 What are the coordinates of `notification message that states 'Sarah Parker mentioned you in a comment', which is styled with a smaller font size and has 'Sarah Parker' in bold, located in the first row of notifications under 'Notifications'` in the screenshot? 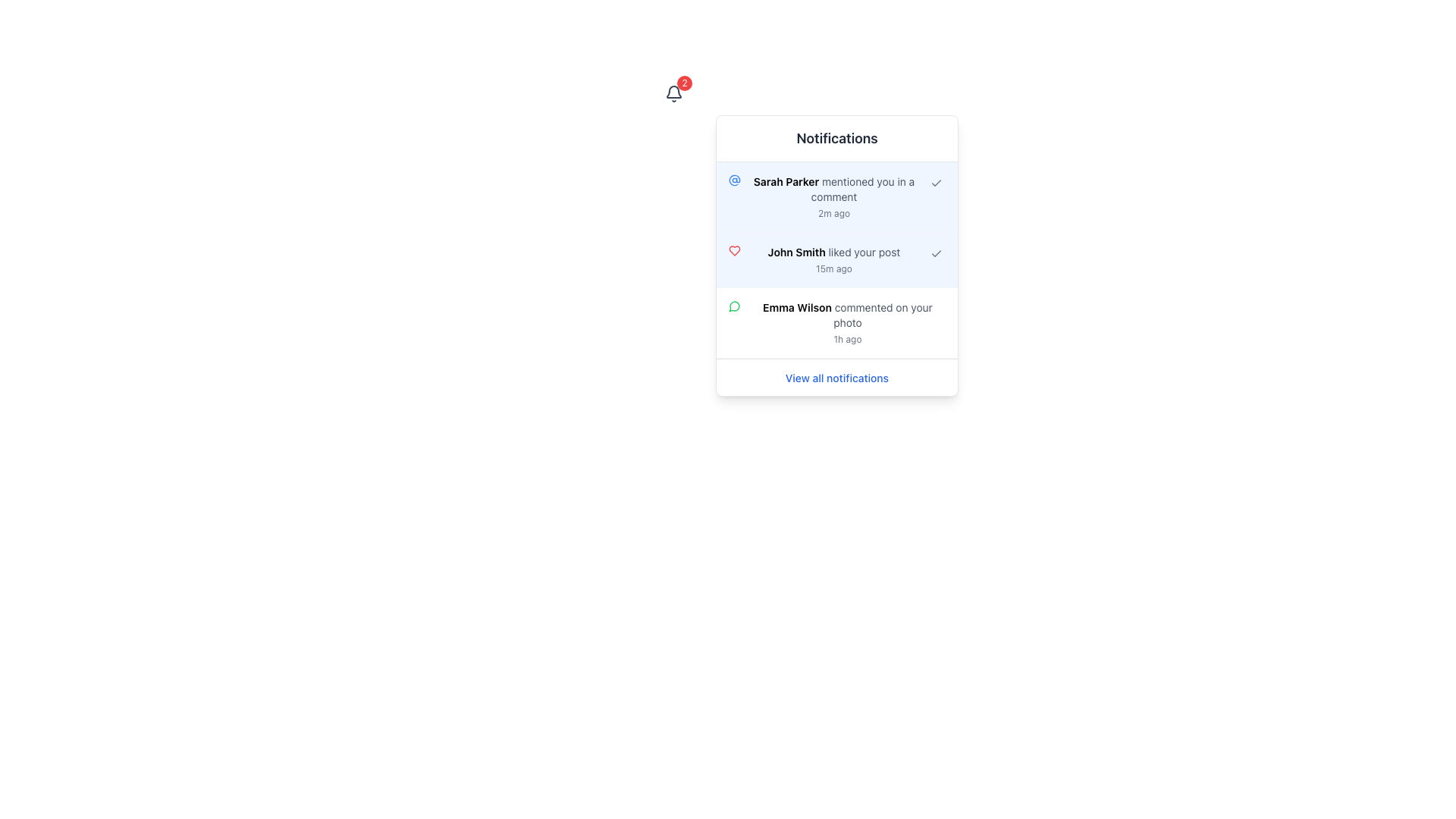 It's located at (833, 189).